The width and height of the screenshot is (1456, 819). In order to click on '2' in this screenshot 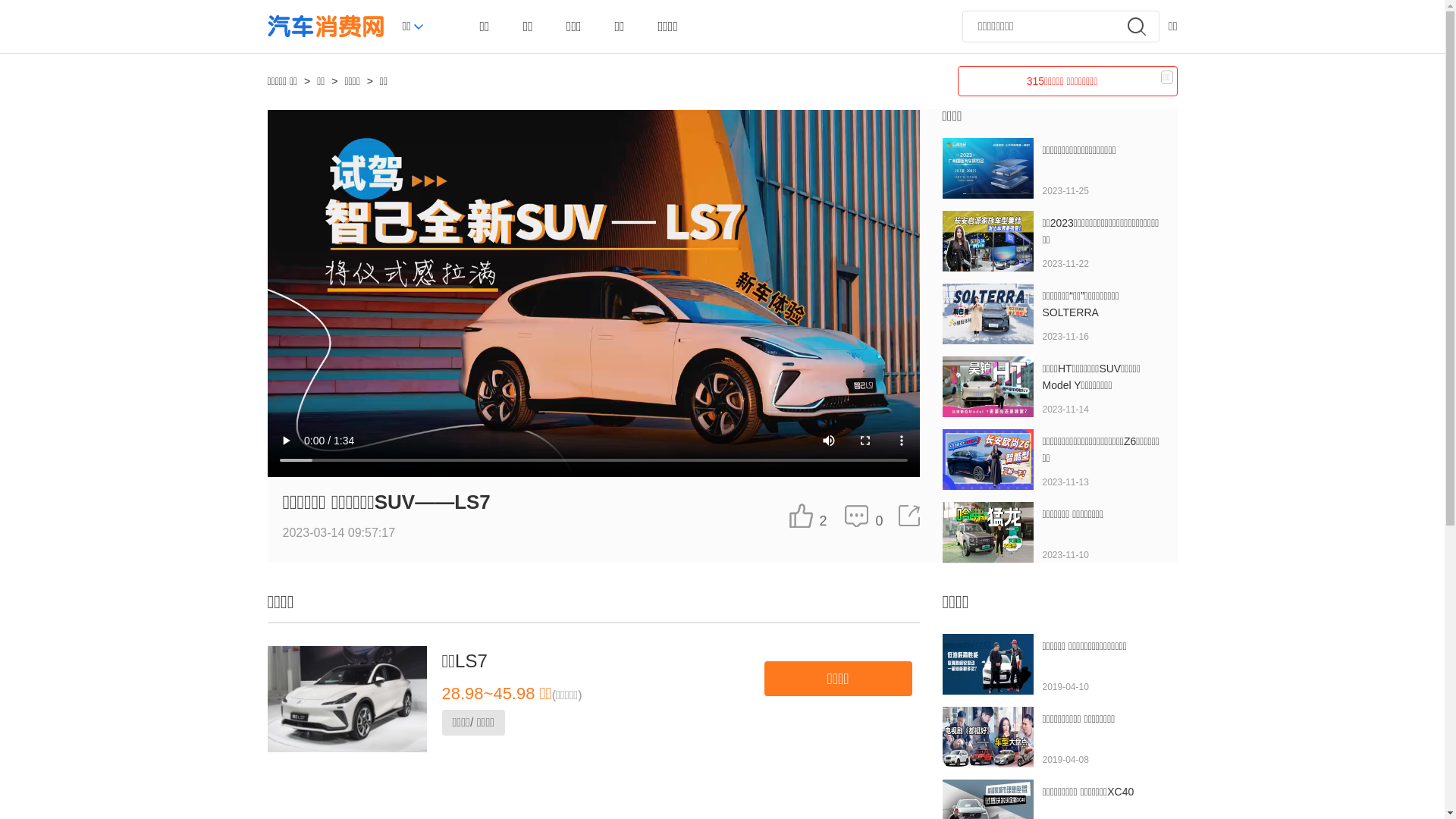, I will do `click(807, 514)`.